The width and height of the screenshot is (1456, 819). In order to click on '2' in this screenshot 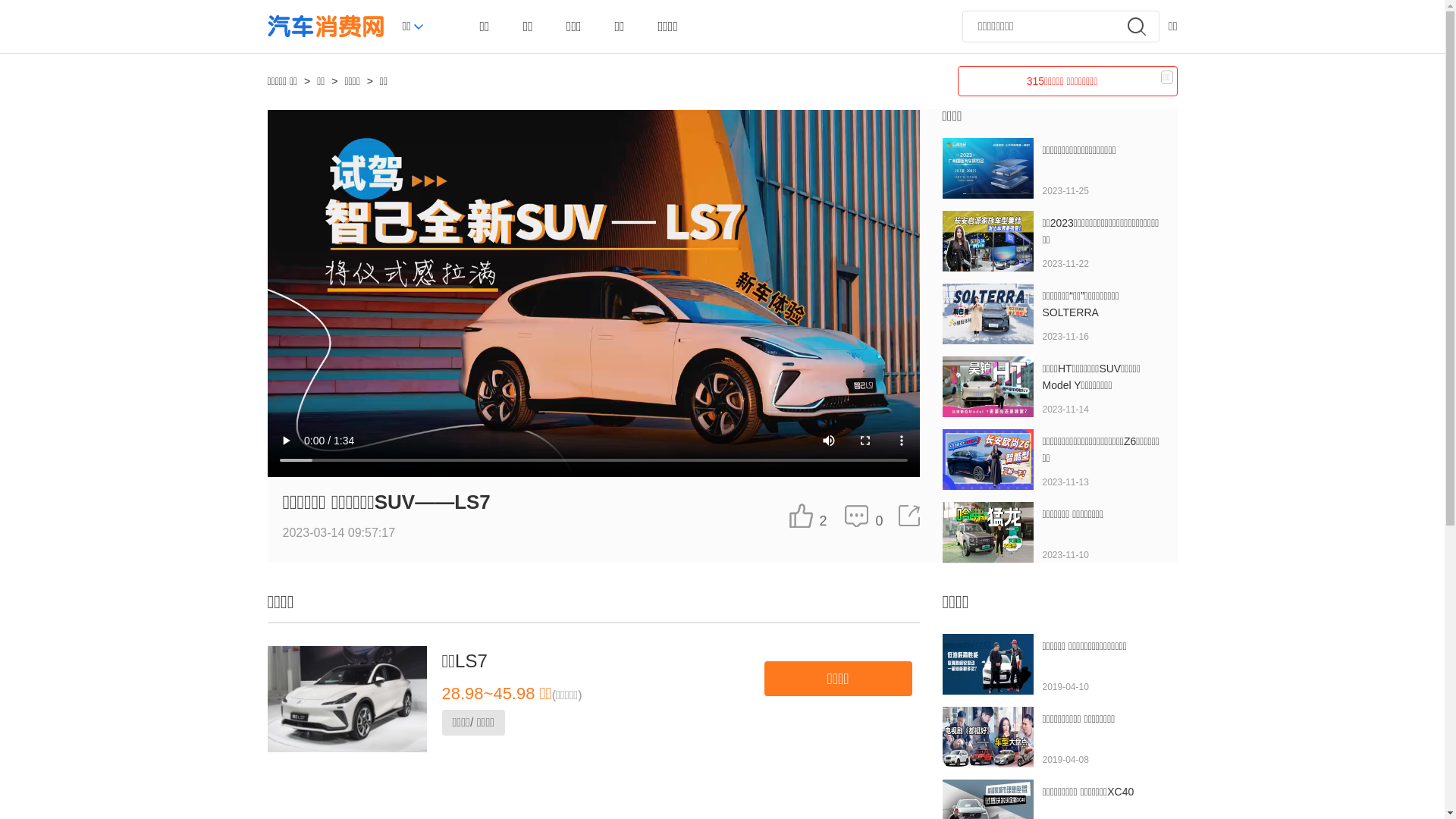, I will do `click(807, 514)`.